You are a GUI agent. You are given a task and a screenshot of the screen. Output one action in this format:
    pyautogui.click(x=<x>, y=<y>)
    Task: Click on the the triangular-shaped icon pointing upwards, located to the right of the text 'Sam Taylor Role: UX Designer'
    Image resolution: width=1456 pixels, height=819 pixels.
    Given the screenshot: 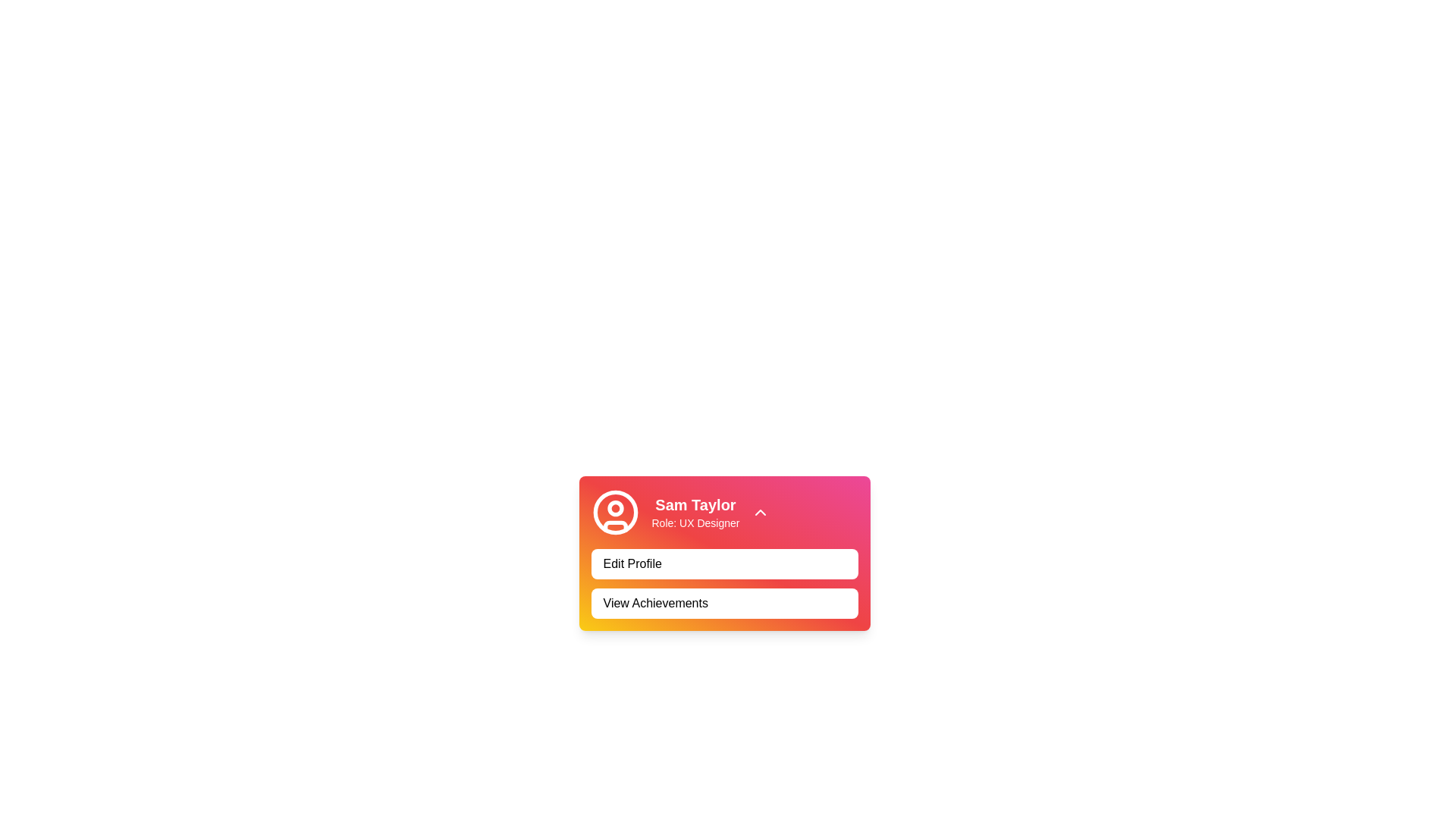 What is the action you would take?
    pyautogui.click(x=761, y=512)
    